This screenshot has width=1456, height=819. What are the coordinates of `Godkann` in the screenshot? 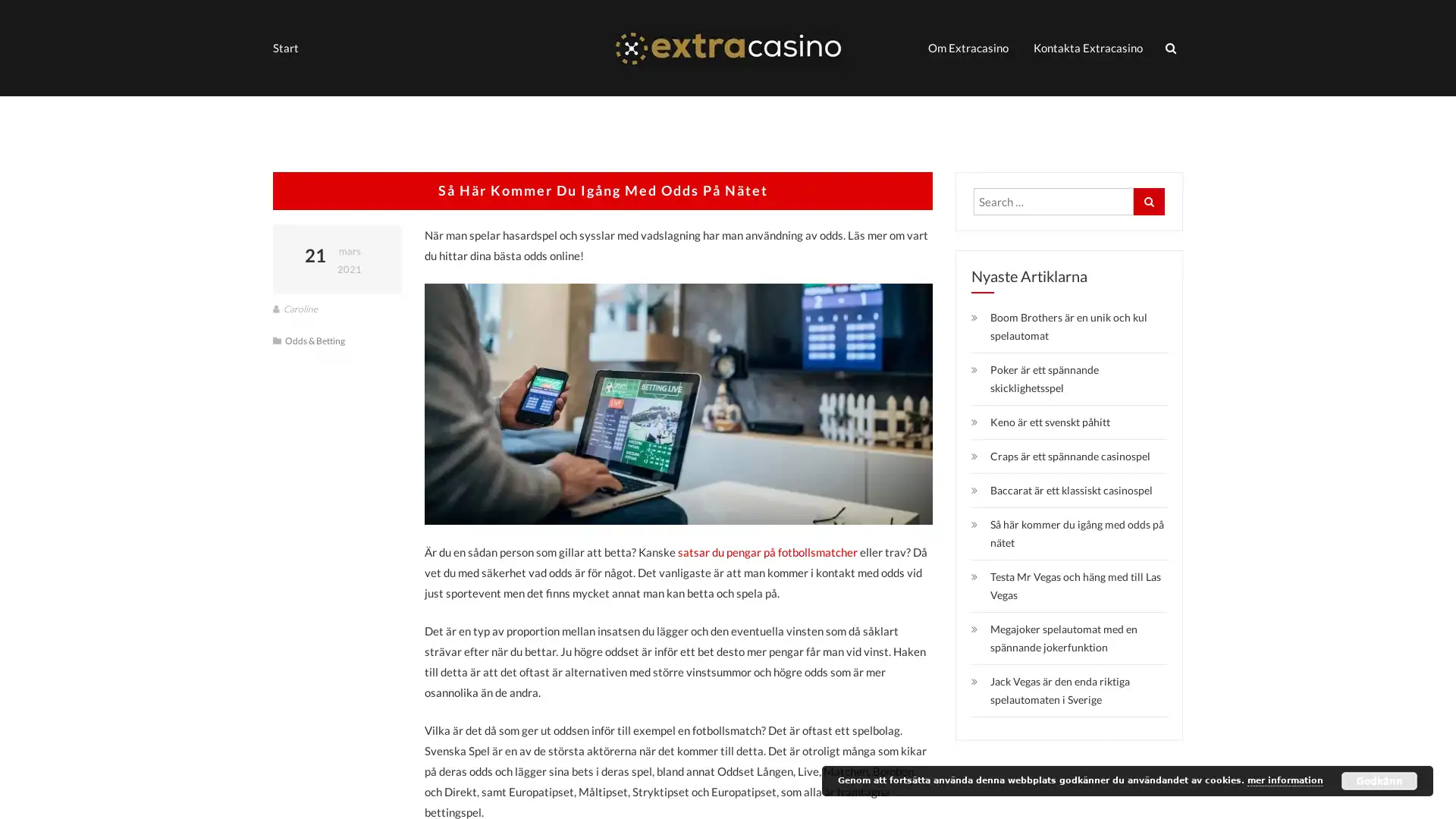 It's located at (1379, 780).